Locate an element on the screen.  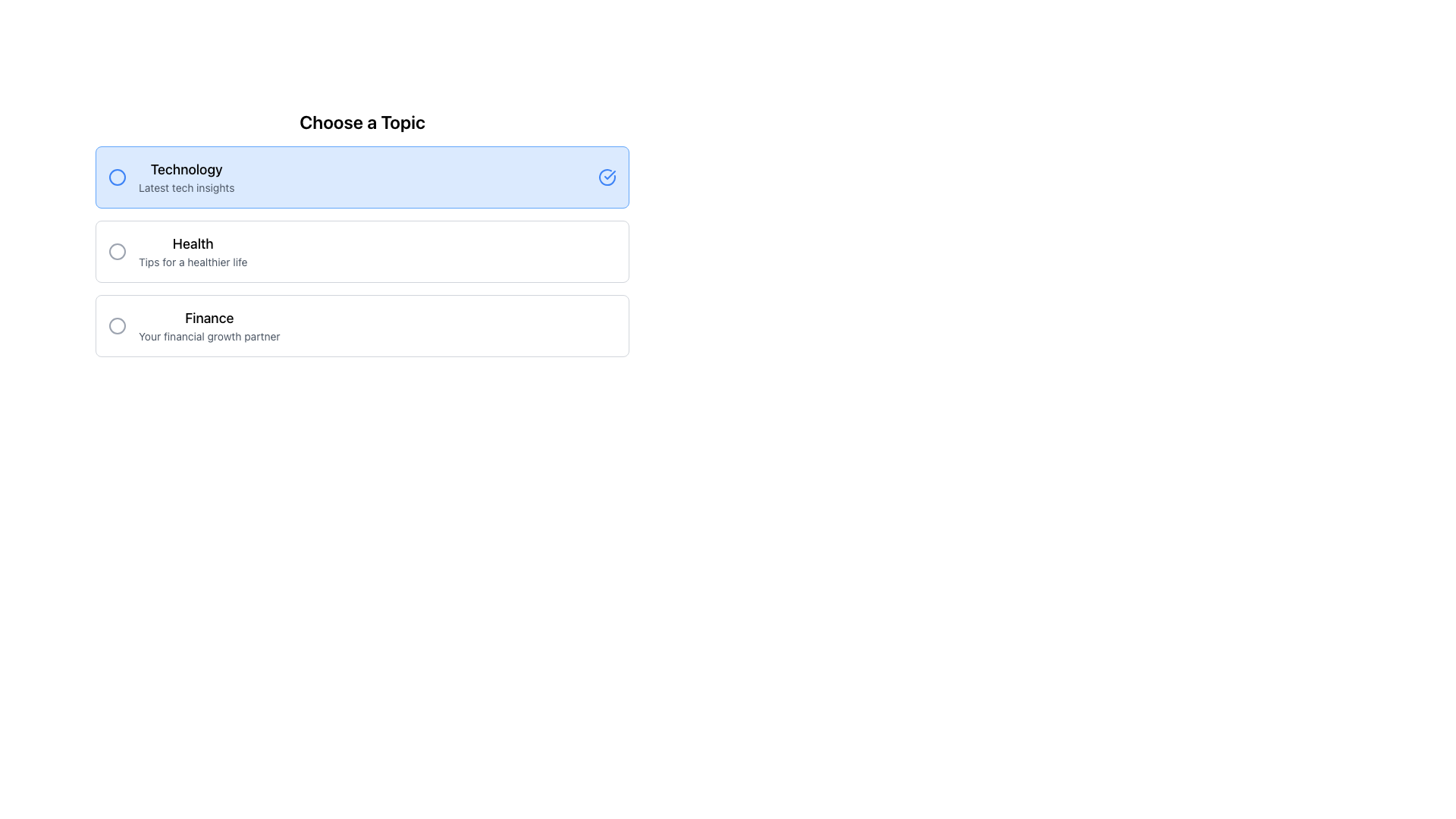
the Checkmark icon indicating the selection of the 'Technology' topic, which is positioned at the far-right end of the section labeled 'Technology Latest tech insights' is located at coordinates (607, 177).